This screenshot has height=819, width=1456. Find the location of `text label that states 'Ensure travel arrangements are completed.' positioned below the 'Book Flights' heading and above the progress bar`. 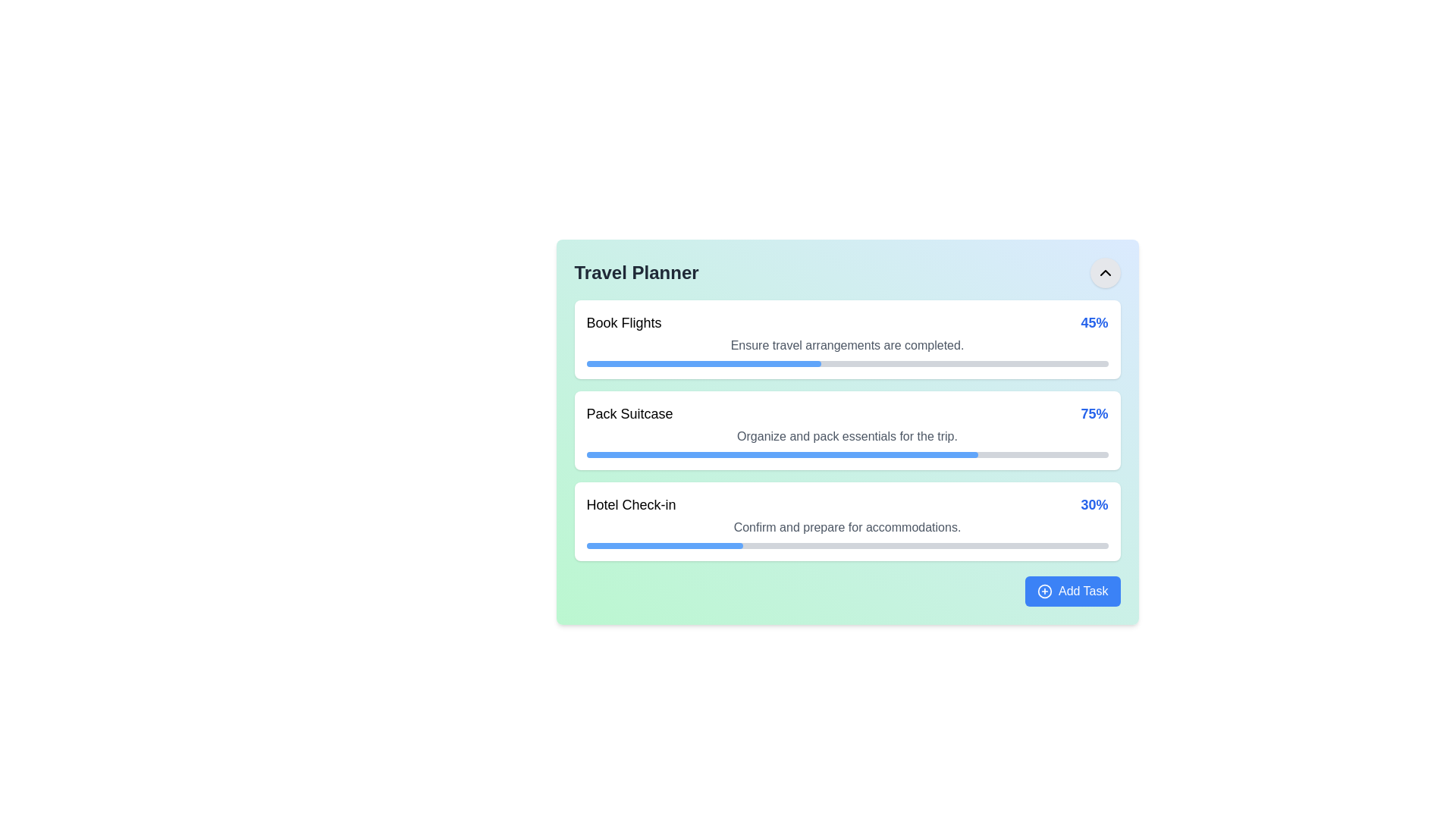

text label that states 'Ensure travel arrangements are completed.' positioned below the 'Book Flights' heading and above the progress bar is located at coordinates (846, 345).